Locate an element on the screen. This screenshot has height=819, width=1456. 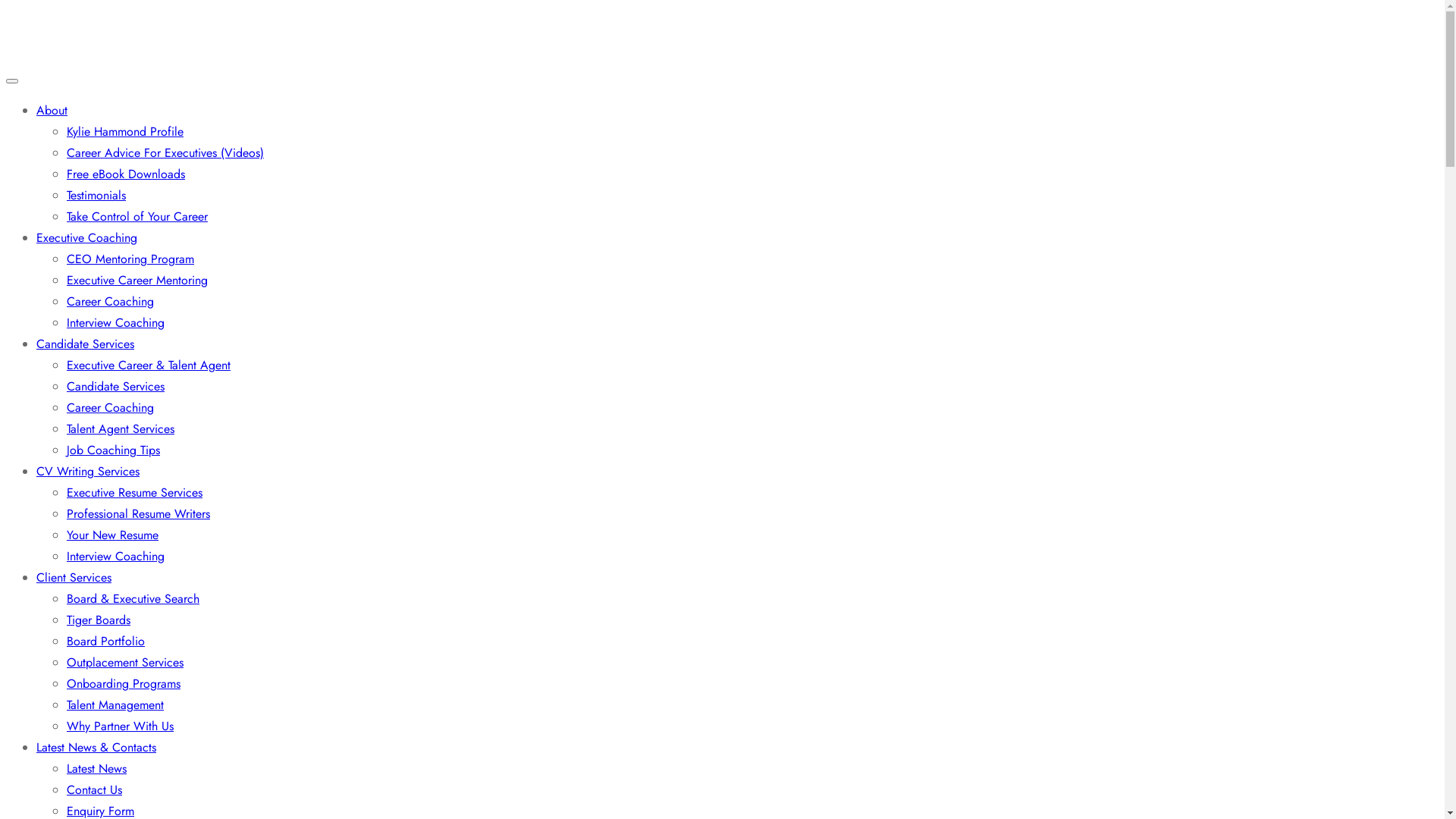
'Board & Executive Search' is located at coordinates (133, 598).